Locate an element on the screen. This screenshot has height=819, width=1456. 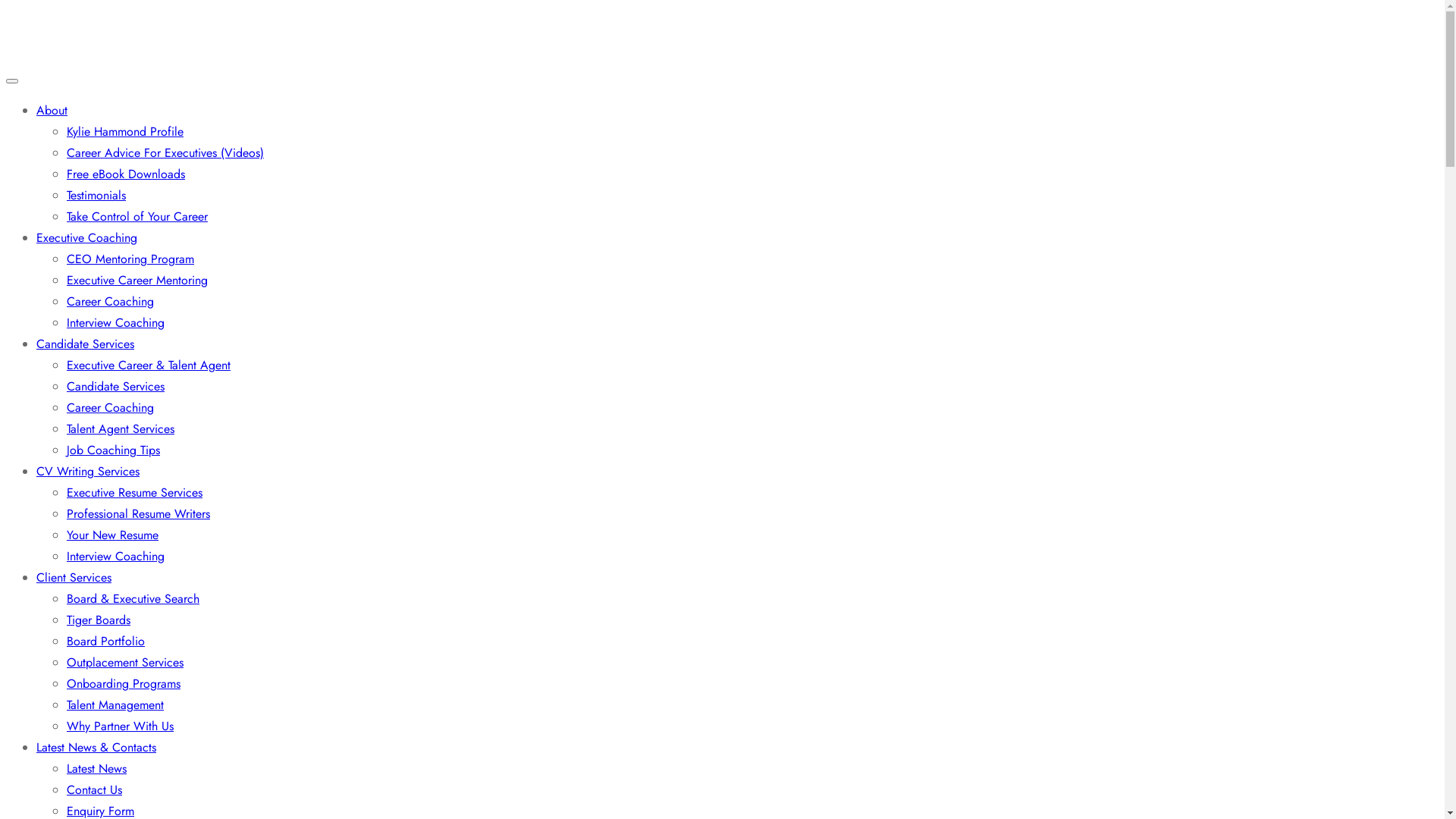
'Board & Executive Search' is located at coordinates (133, 598).